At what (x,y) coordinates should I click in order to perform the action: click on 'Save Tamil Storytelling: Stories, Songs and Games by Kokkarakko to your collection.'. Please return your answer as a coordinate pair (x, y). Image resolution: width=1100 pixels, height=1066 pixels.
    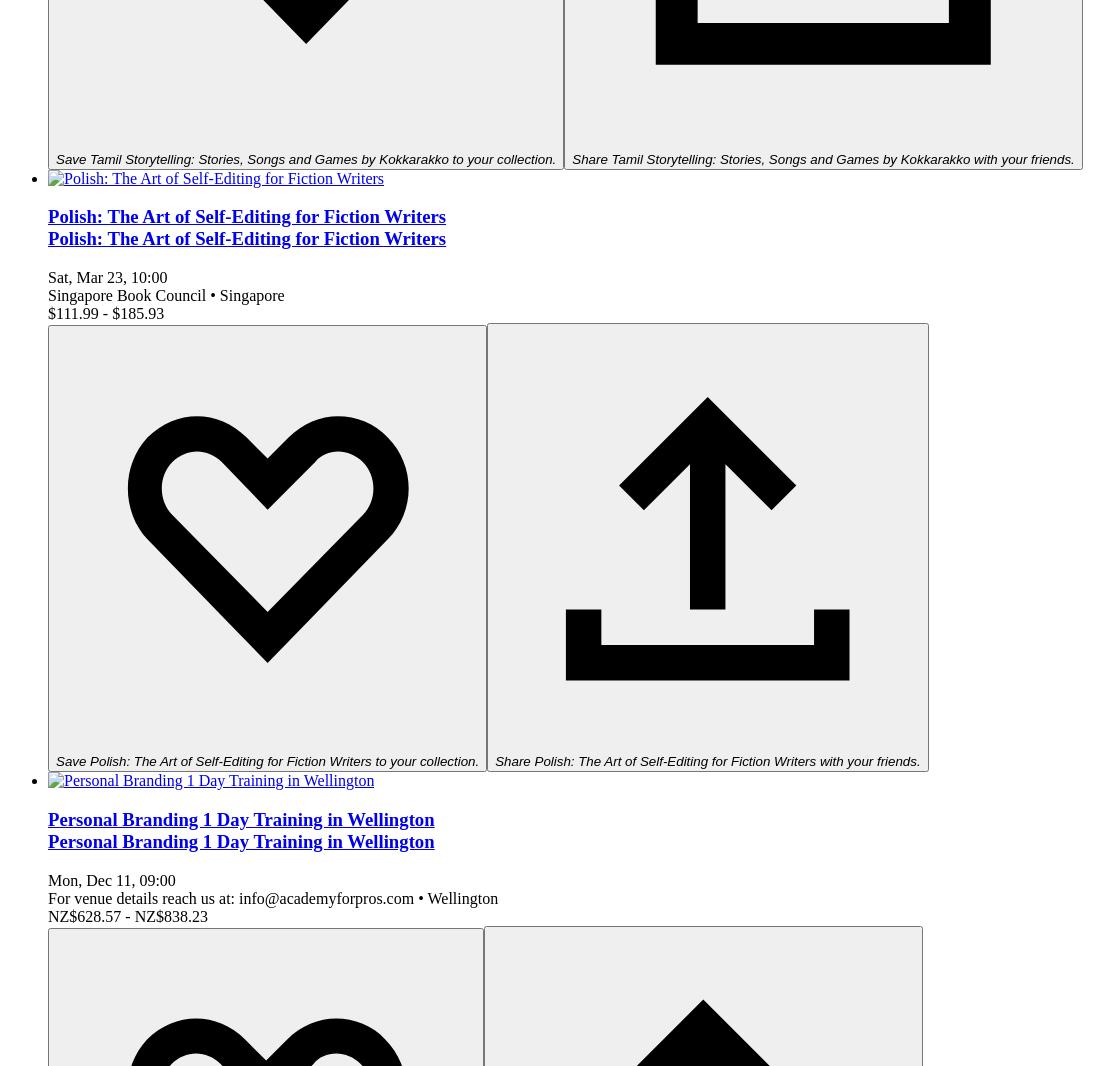
    Looking at the image, I should click on (305, 157).